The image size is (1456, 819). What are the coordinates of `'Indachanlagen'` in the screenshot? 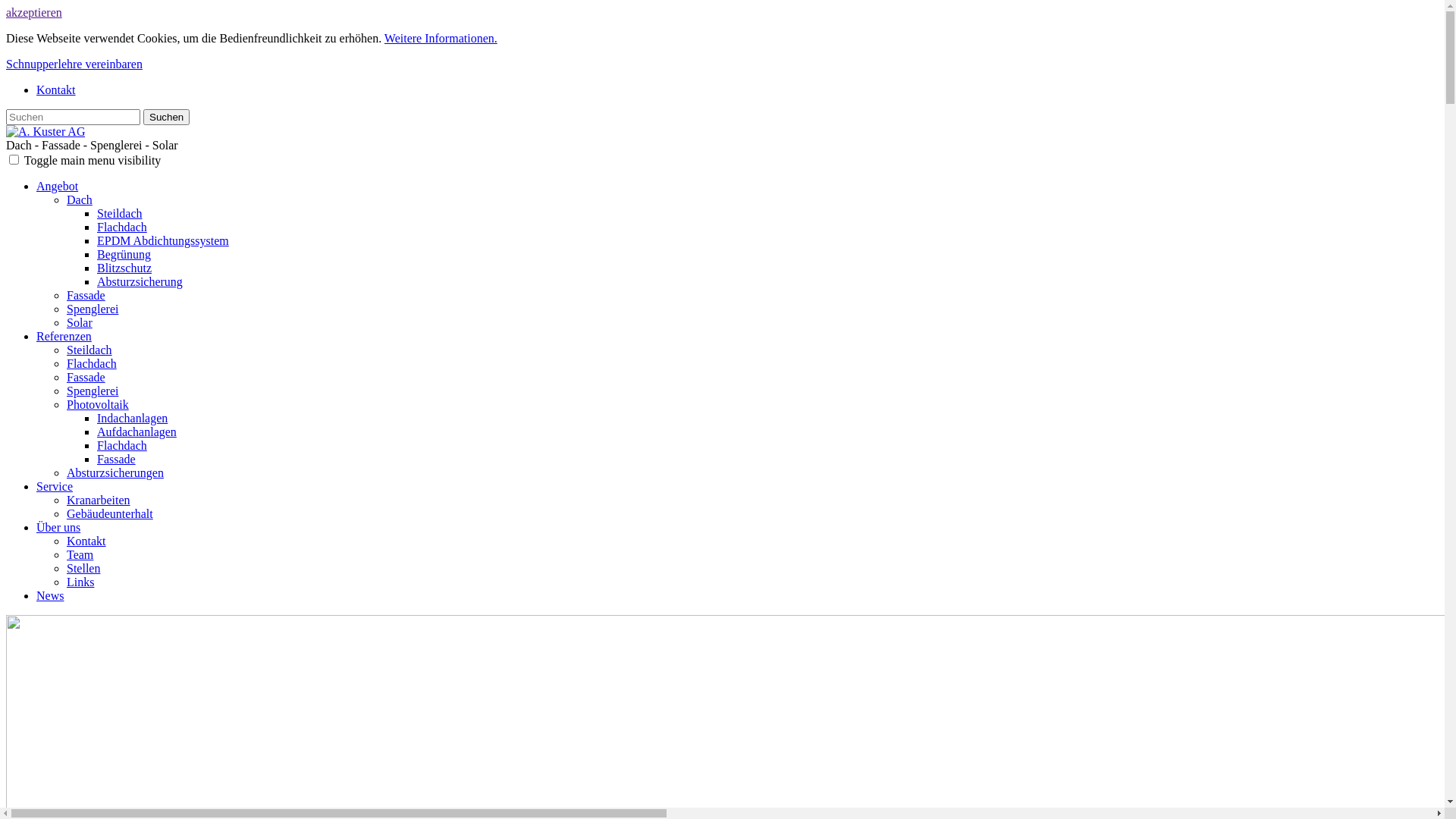 It's located at (96, 418).